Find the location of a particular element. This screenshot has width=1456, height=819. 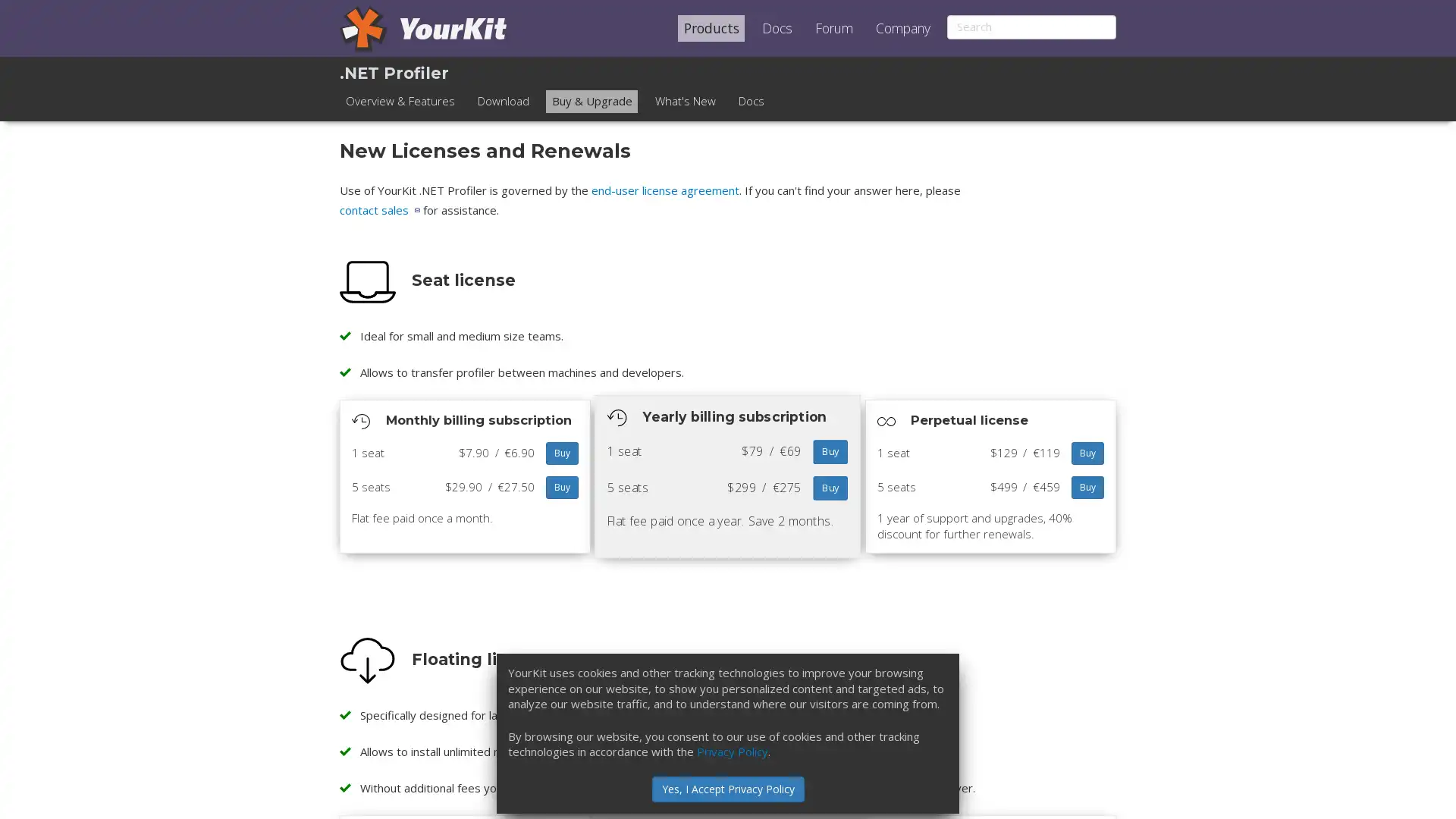

Buy is located at coordinates (830, 488).